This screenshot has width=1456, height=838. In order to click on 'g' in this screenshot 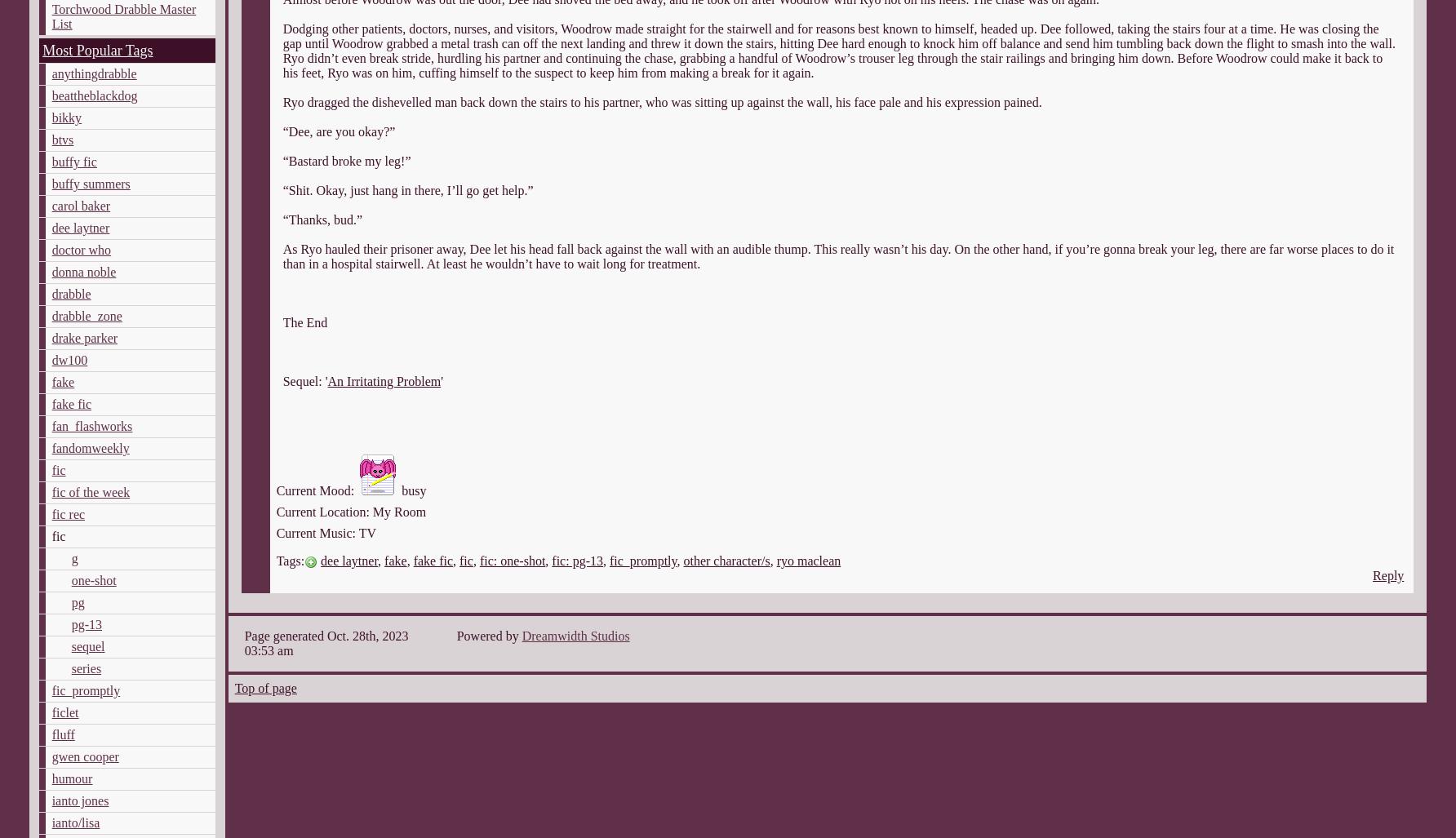, I will do `click(73, 557)`.